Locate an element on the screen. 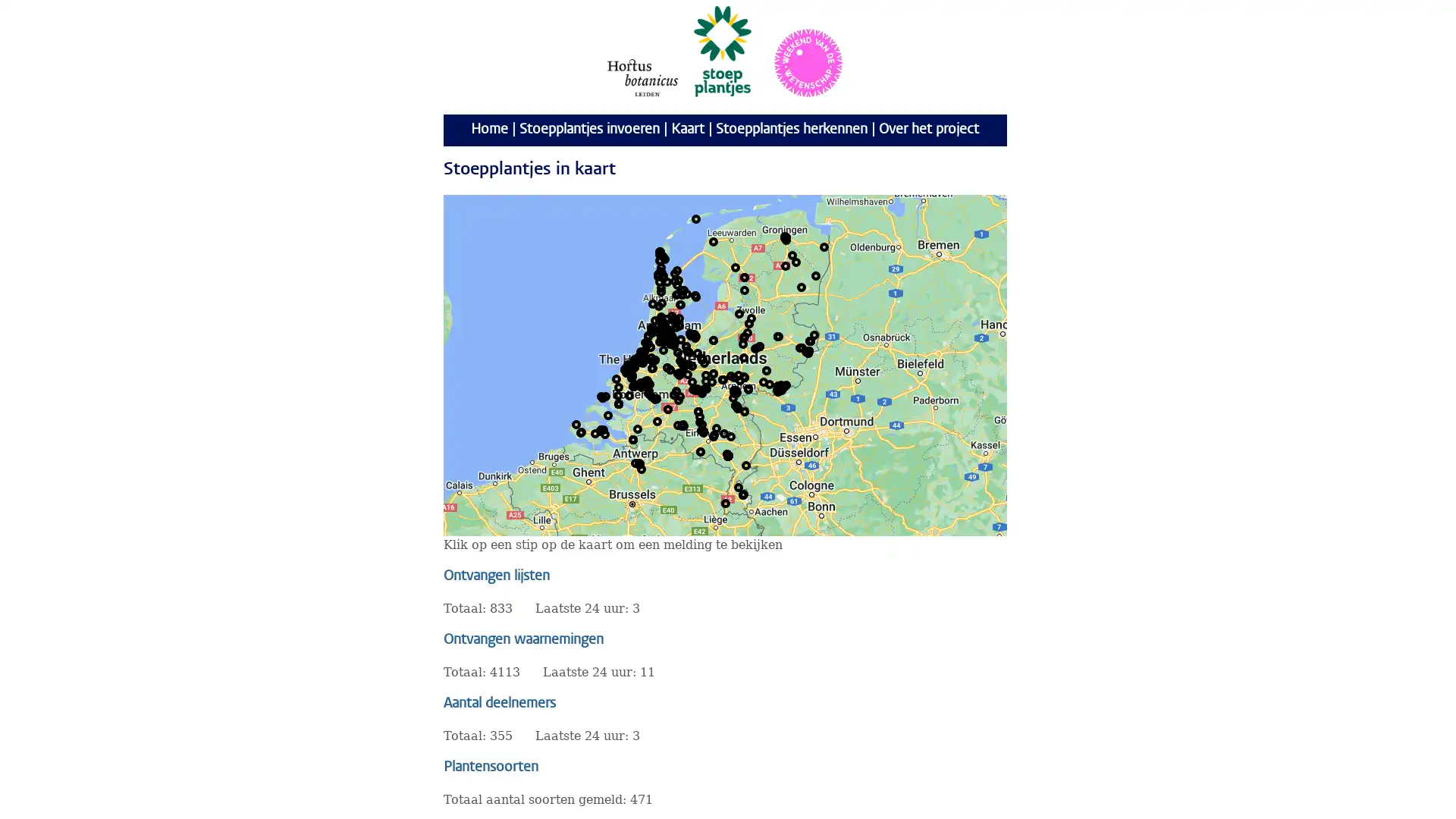 This screenshot has height=819, width=1456. Telling van Maranne op 06 juni 2022 is located at coordinates (743, 375).